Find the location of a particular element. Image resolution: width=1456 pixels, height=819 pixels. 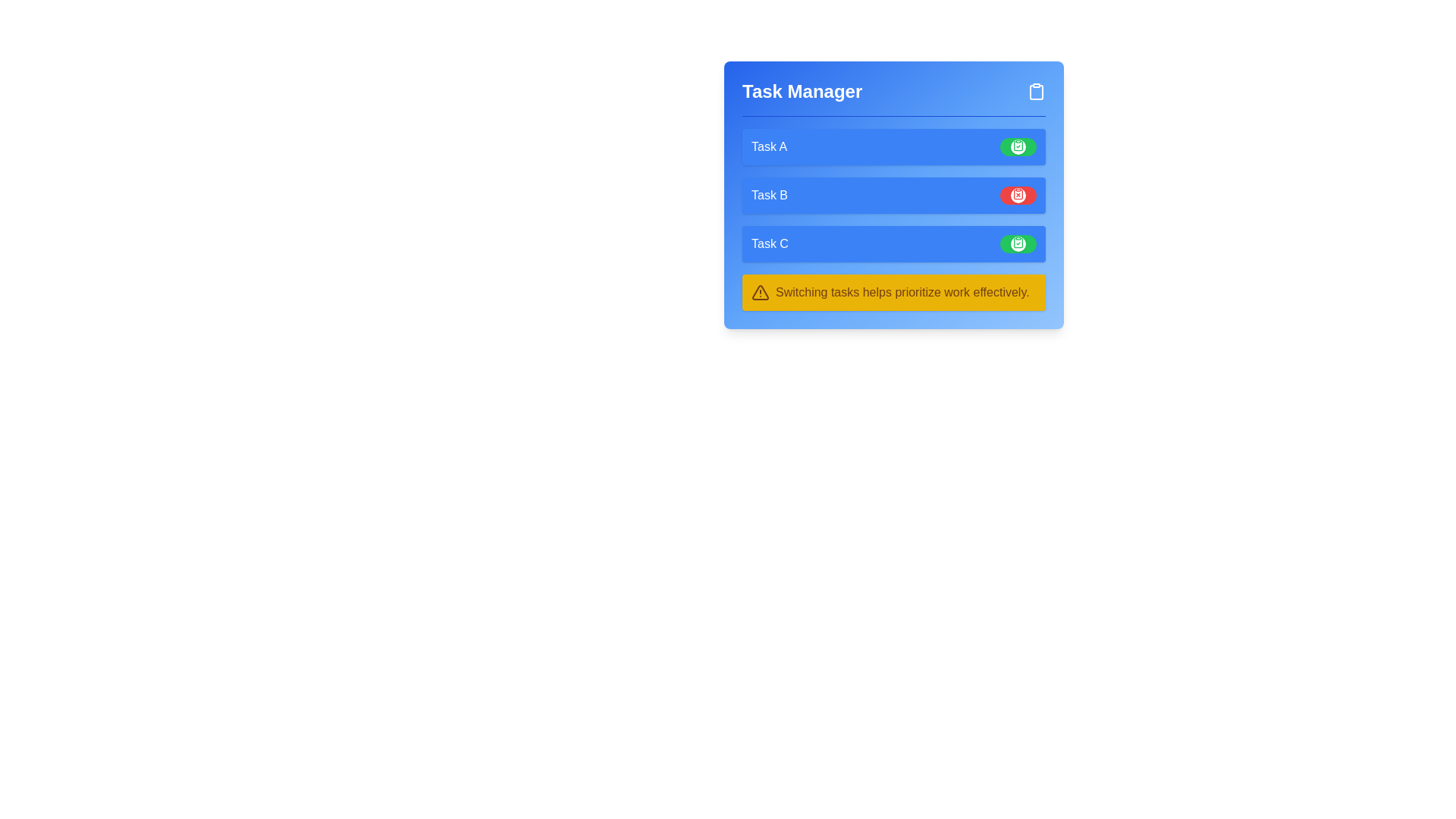

the clipboard icon located in the top-right corner of the 'Task Manager' header is located at coordinates (1036, 91).